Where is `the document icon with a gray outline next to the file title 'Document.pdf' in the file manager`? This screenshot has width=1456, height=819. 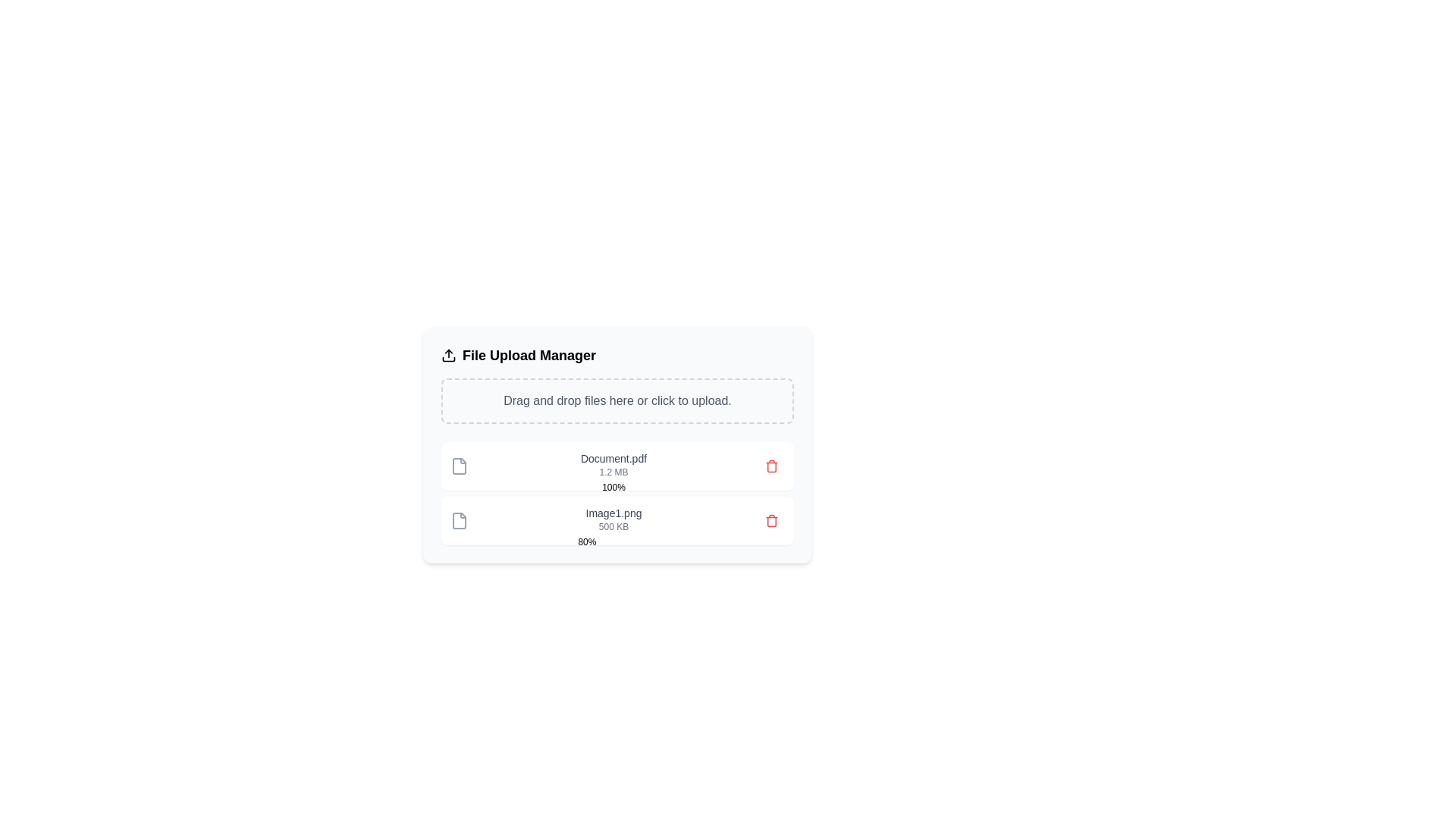 the document icon with a gray outline next to the file title 'Document.pdf' in the file manager is located at coordinates (458, 465).